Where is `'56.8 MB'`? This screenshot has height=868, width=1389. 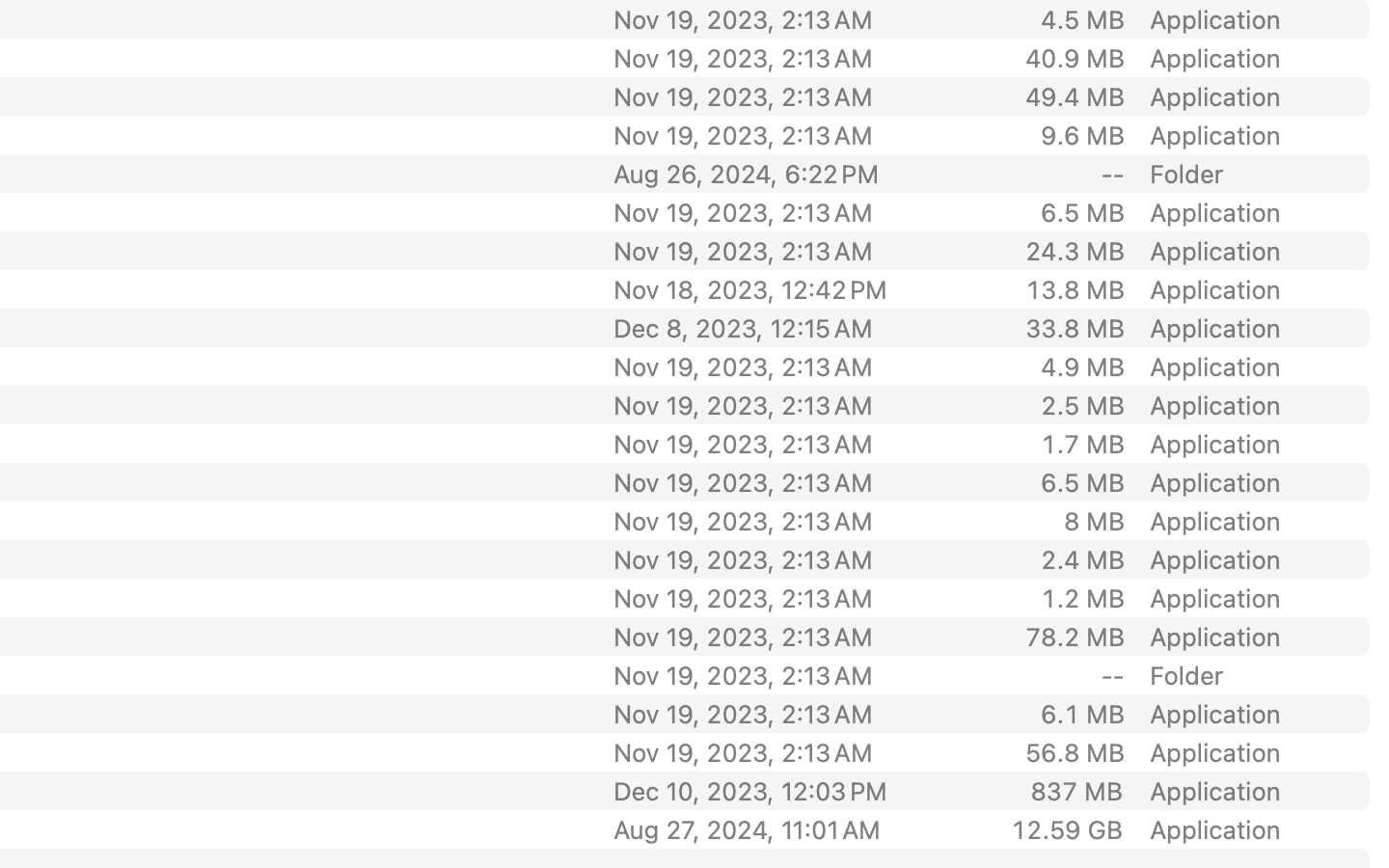 '56.8 MB' is located at coordinates (1073, 751).